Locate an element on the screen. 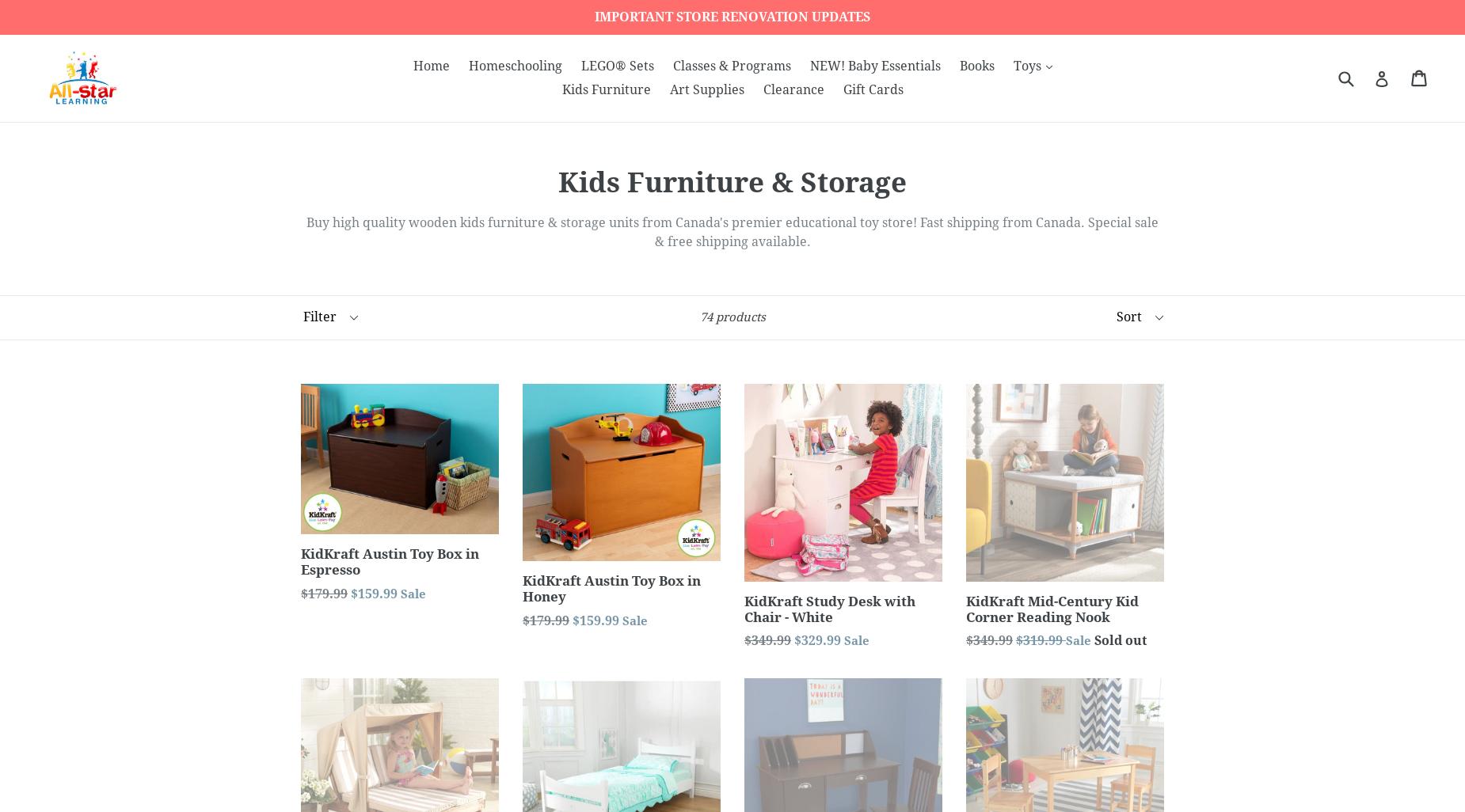  'NEW! Baby Essentials' is located at coordinates (873, 65).